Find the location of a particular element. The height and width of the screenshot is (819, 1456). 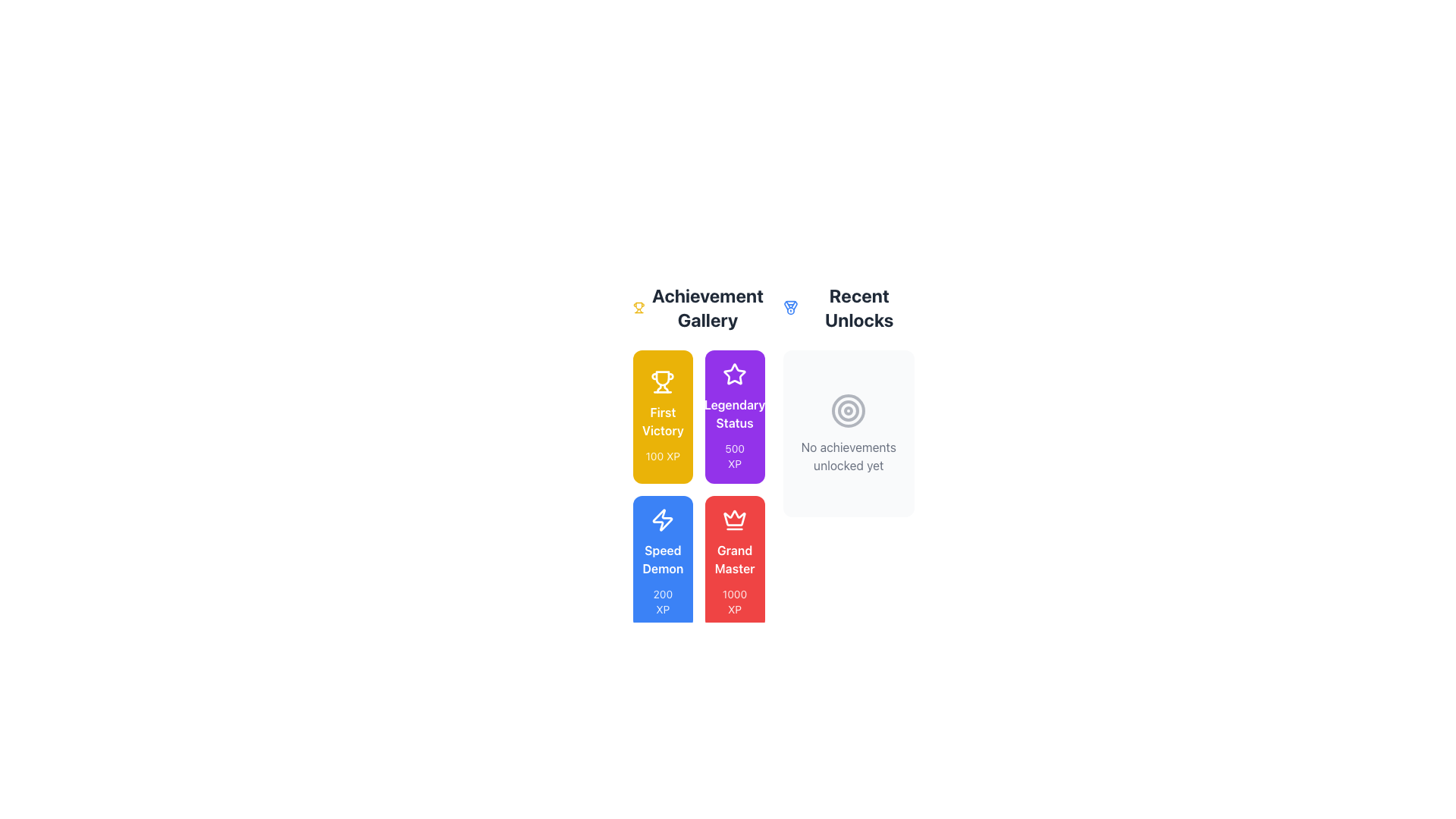

keyboard navigation is located at coordinates (735, 562).